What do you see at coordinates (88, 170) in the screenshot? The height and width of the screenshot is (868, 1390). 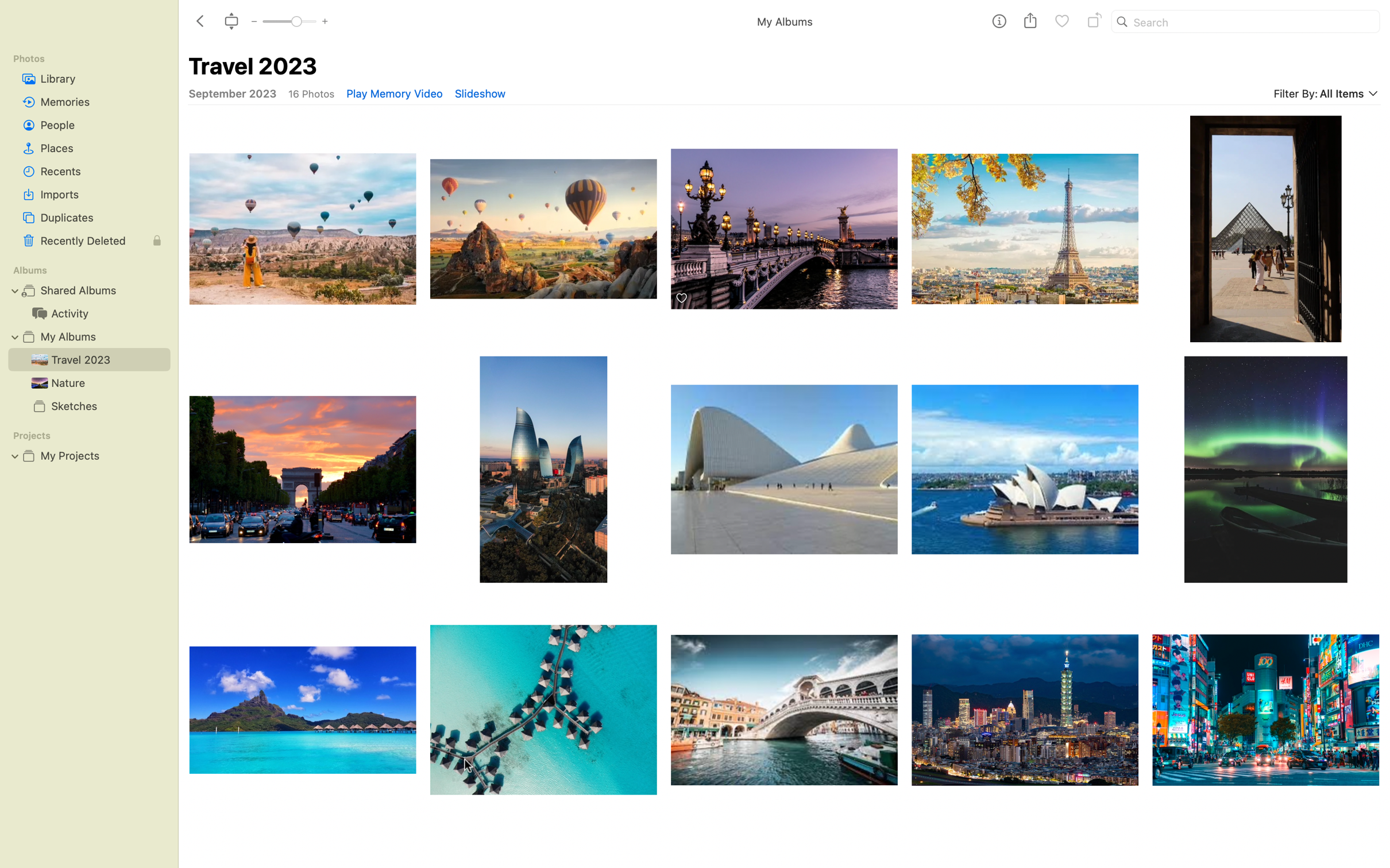 I see `In the "Recents" album, zoom in on the photos using the top menu` at bounding box center [88, 170].